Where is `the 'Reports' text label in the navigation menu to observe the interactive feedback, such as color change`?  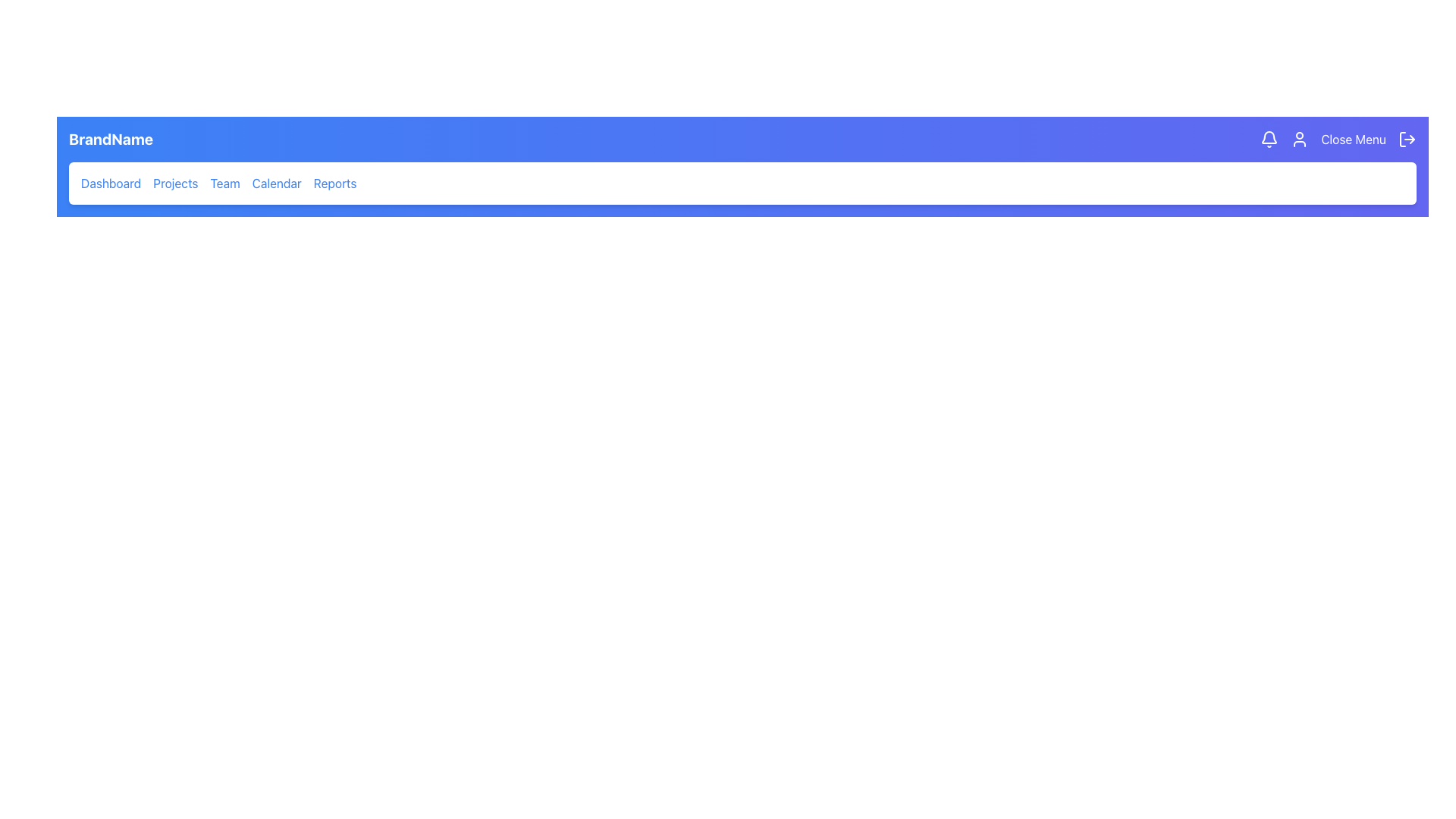 the 'Reports' text label in the navigation menu to observe the interactive feedback, such as color change is located at coordinates (334, 183).